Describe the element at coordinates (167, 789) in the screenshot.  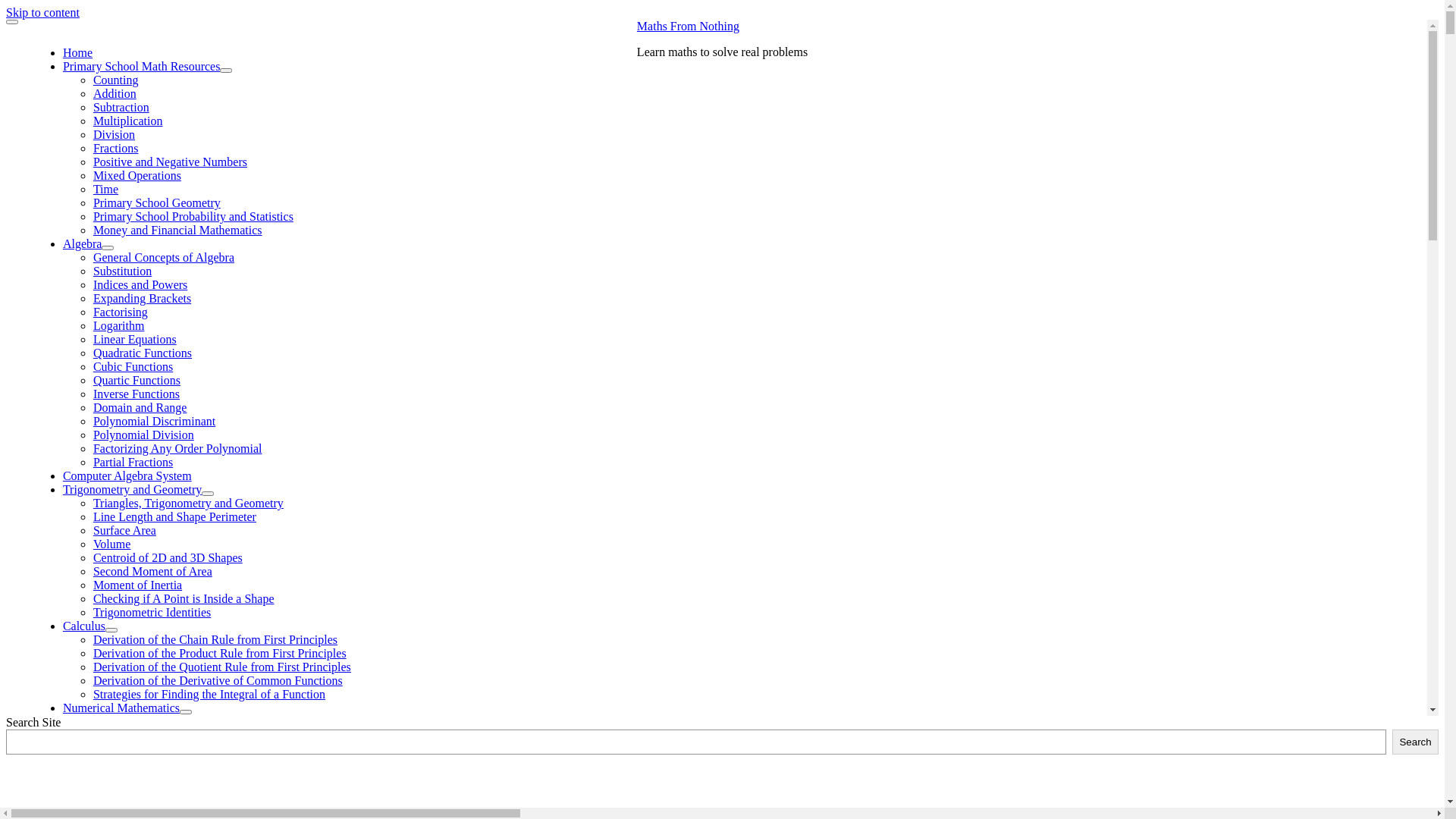
I see `'Bisection Method'` at that location.